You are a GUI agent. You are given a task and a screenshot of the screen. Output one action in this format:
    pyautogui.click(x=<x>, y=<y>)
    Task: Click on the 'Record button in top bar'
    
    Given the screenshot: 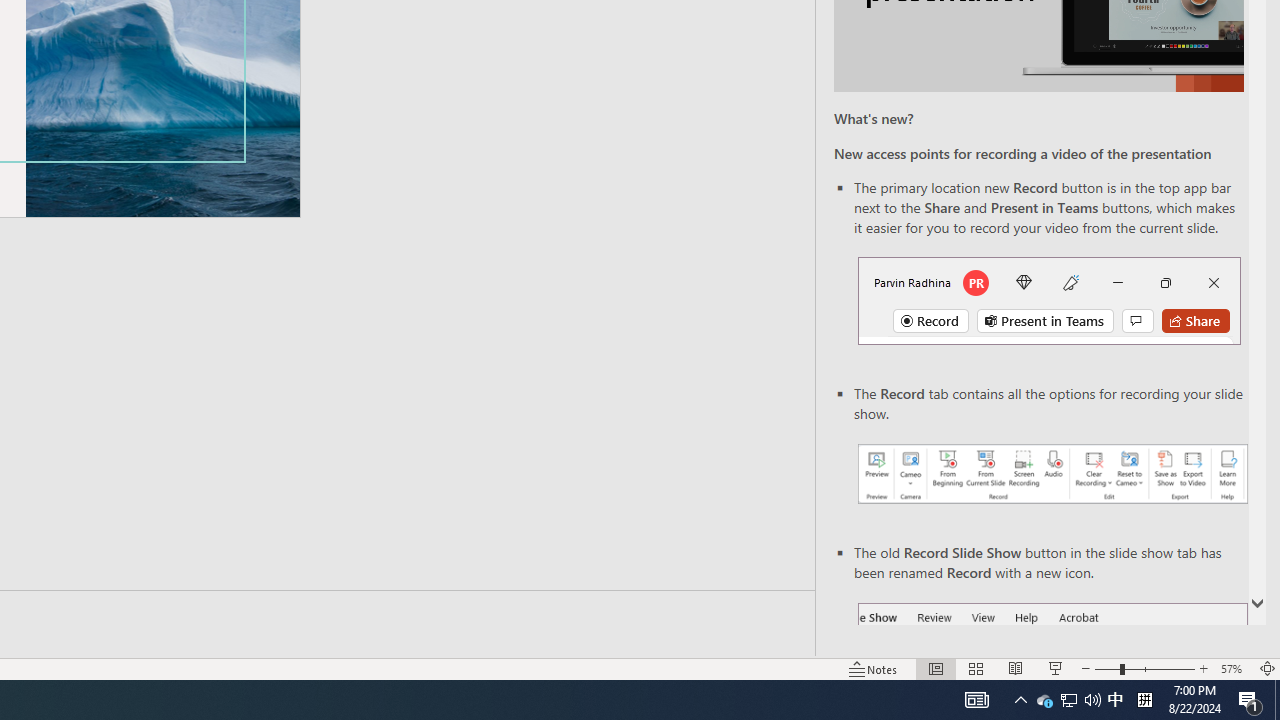 What is the action you would take?
    pyautogui.click(x=1048, y=300)
    